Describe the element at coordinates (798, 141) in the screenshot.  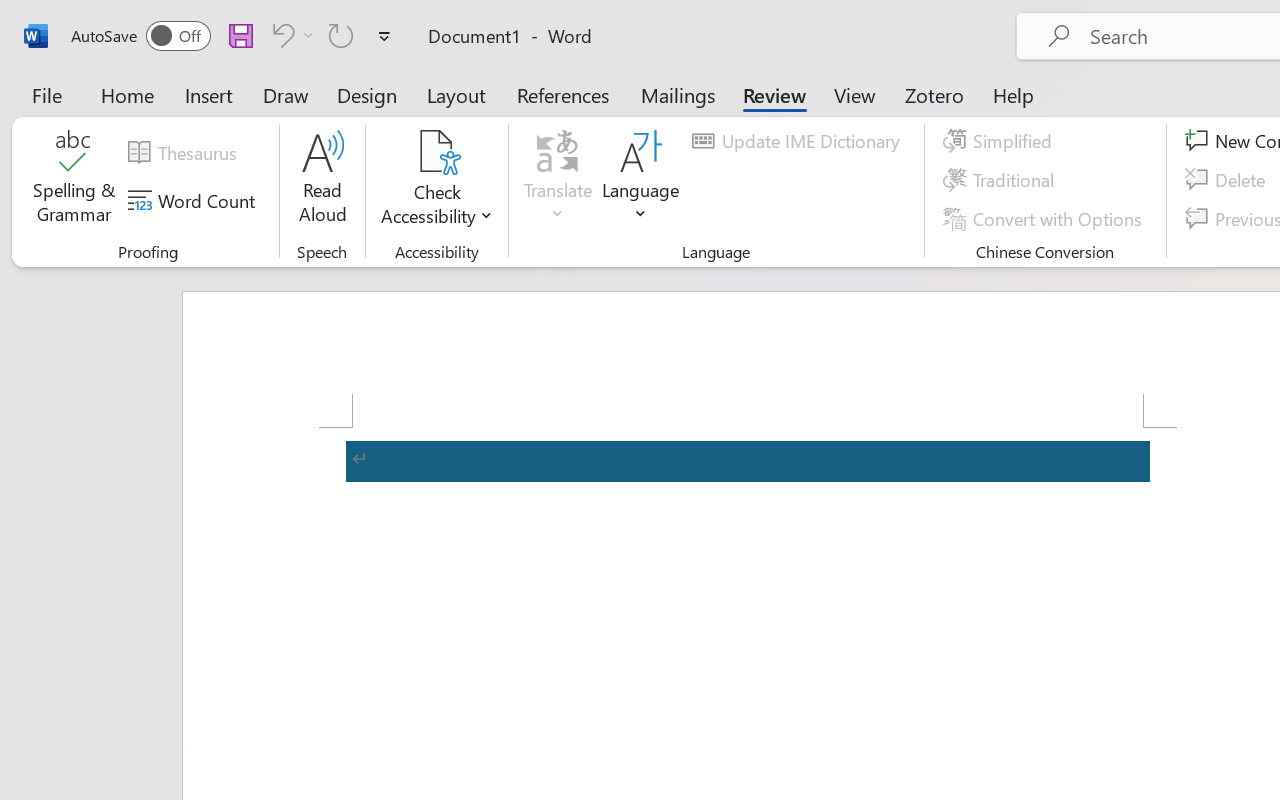
I see `'Update IME Dictionary...'` at that location.